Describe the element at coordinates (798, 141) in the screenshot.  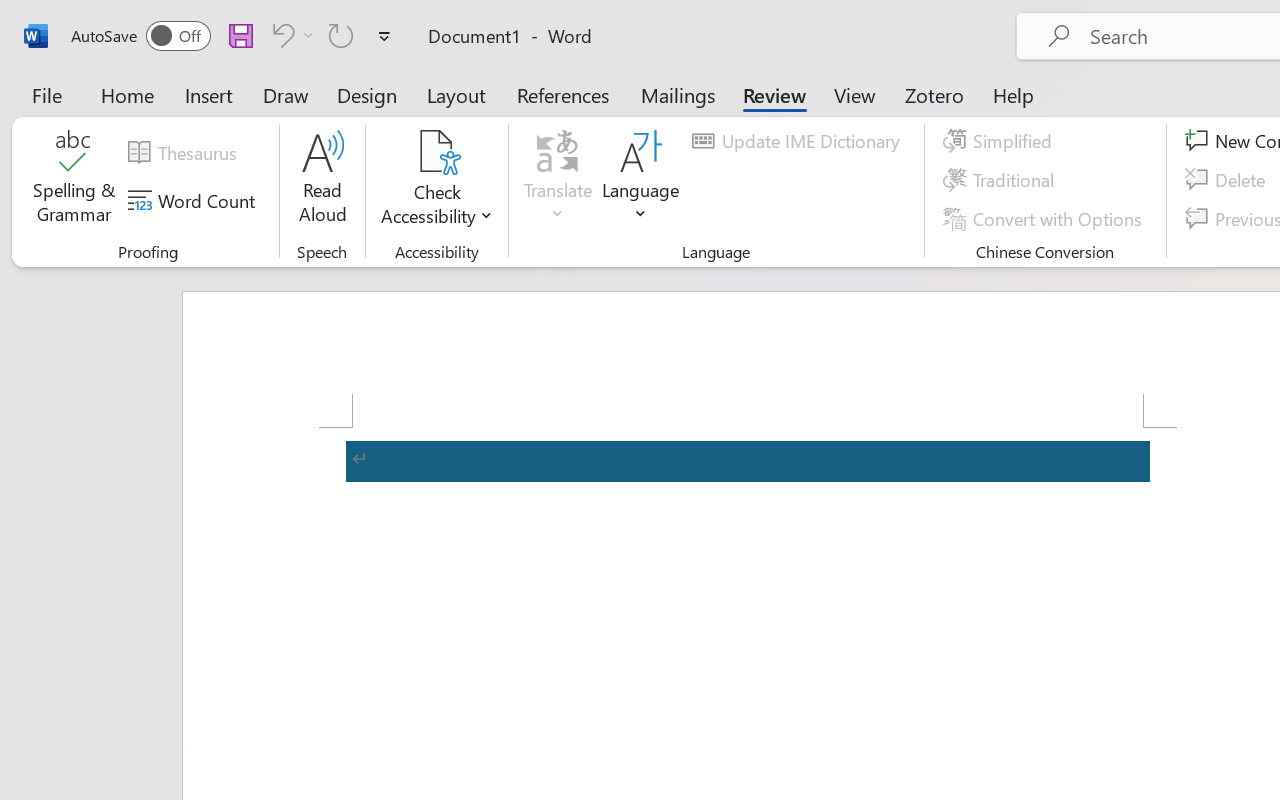
I see `'Update IME Dictionary...'` at that location.